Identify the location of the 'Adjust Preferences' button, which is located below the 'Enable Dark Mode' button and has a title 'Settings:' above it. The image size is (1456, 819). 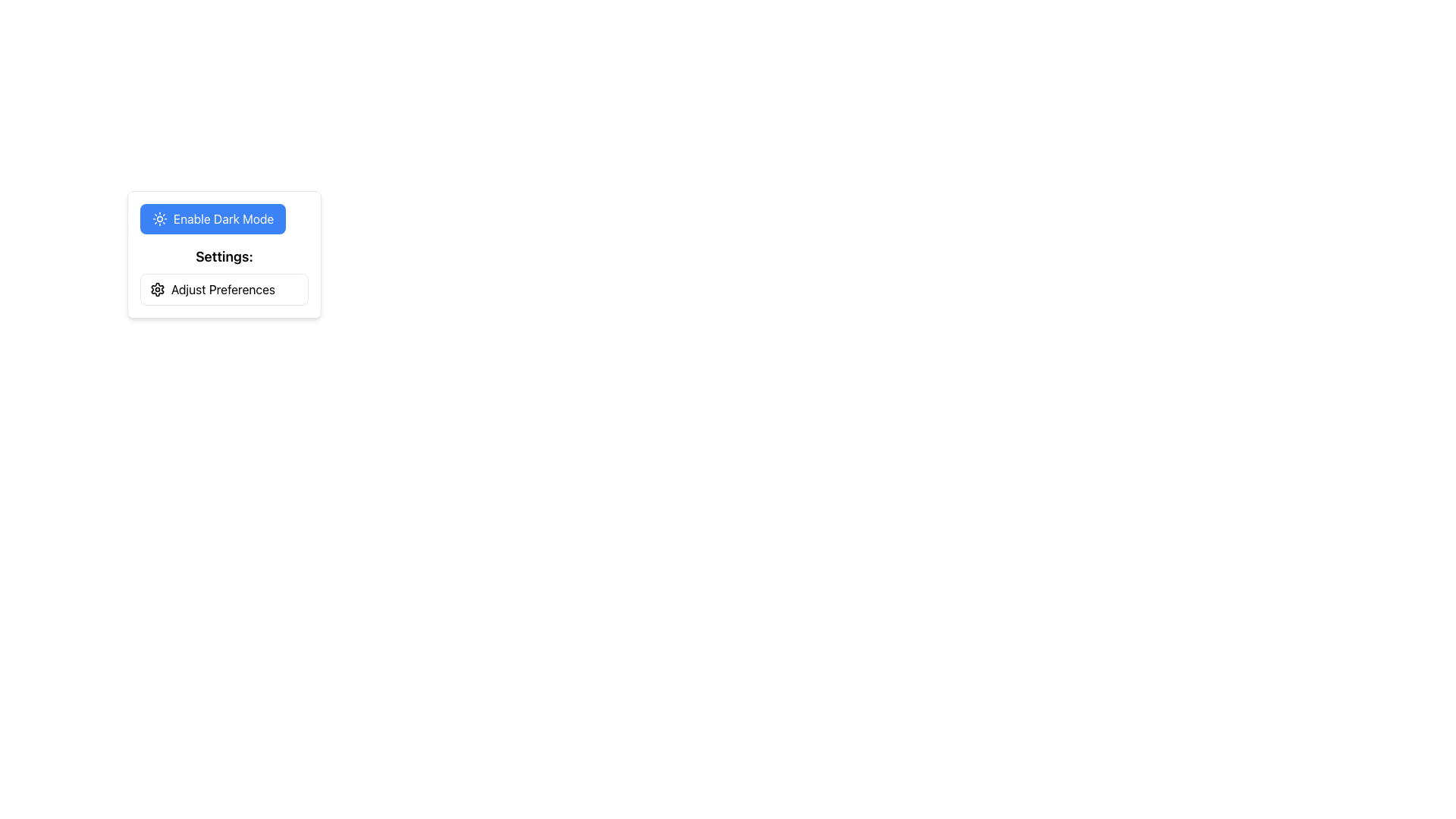
(224, 275).